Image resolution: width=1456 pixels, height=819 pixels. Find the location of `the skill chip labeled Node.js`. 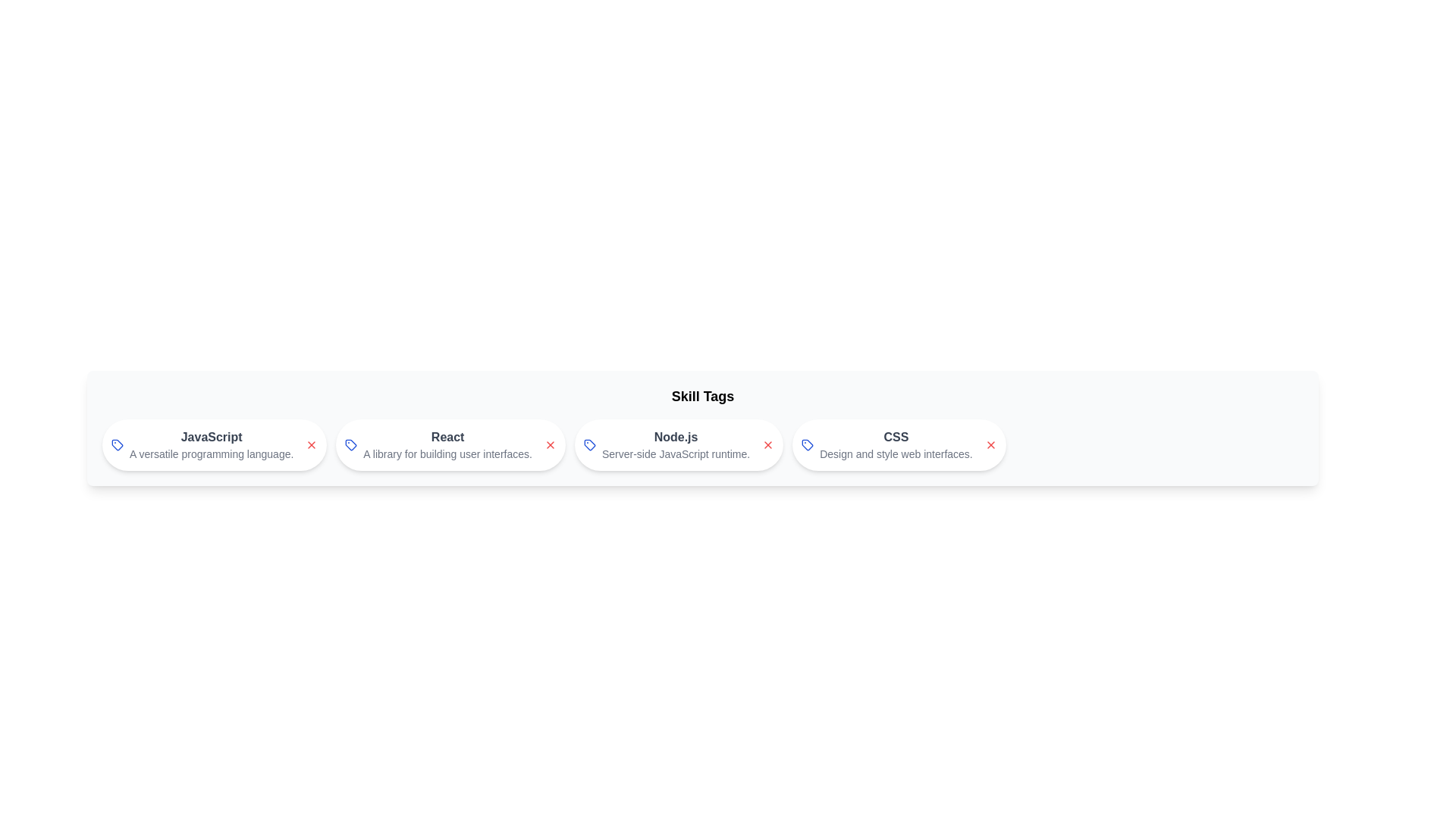

the skill chip labeled Node.js is located at coordinates (677, 444).